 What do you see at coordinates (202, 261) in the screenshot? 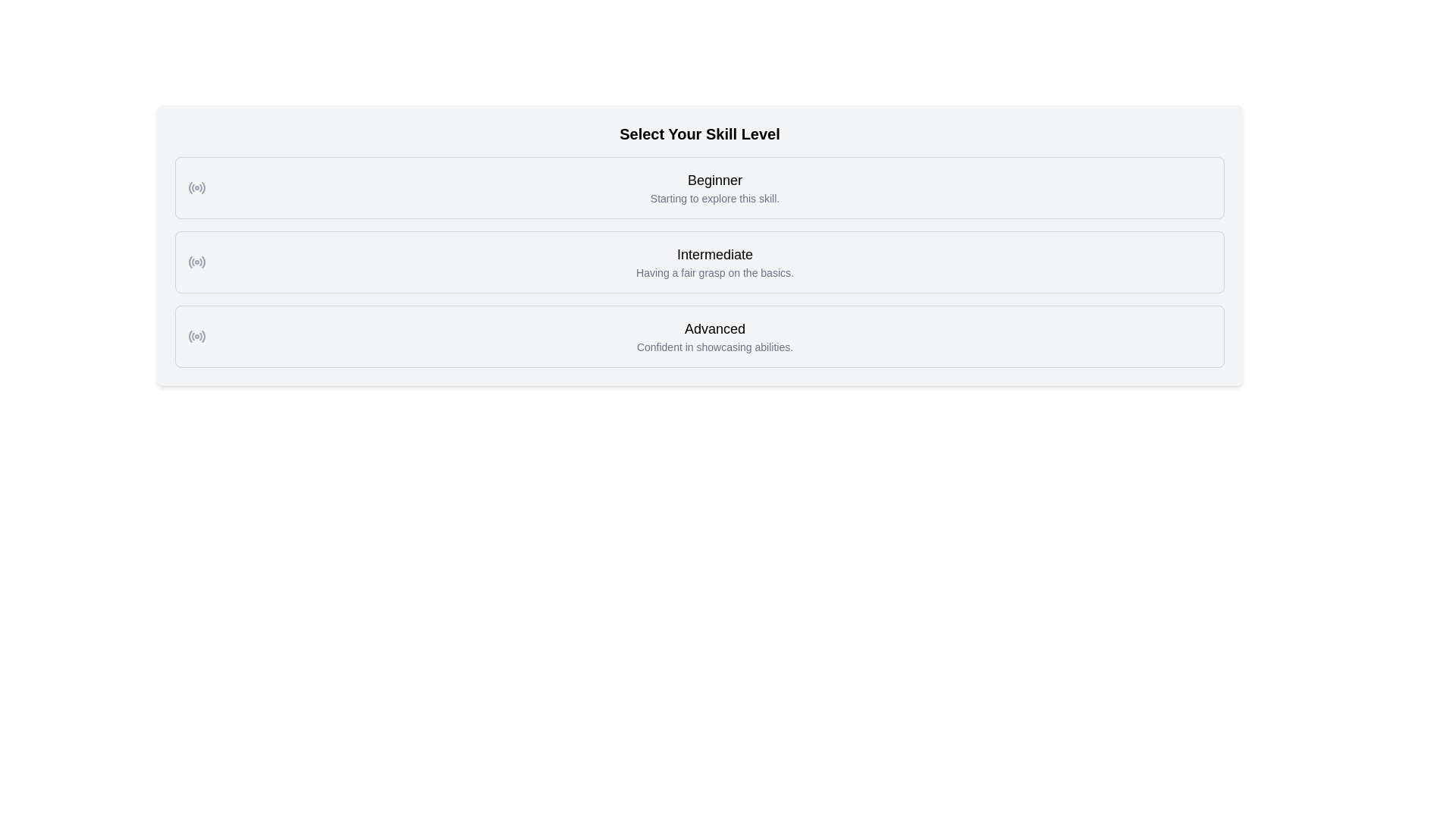
I see `the fifth arc of the SVG graphical element that is part of a radio or signal-like icon, located on the rightmost side of a set of concentric arcs` at bounding box center [202, 261].